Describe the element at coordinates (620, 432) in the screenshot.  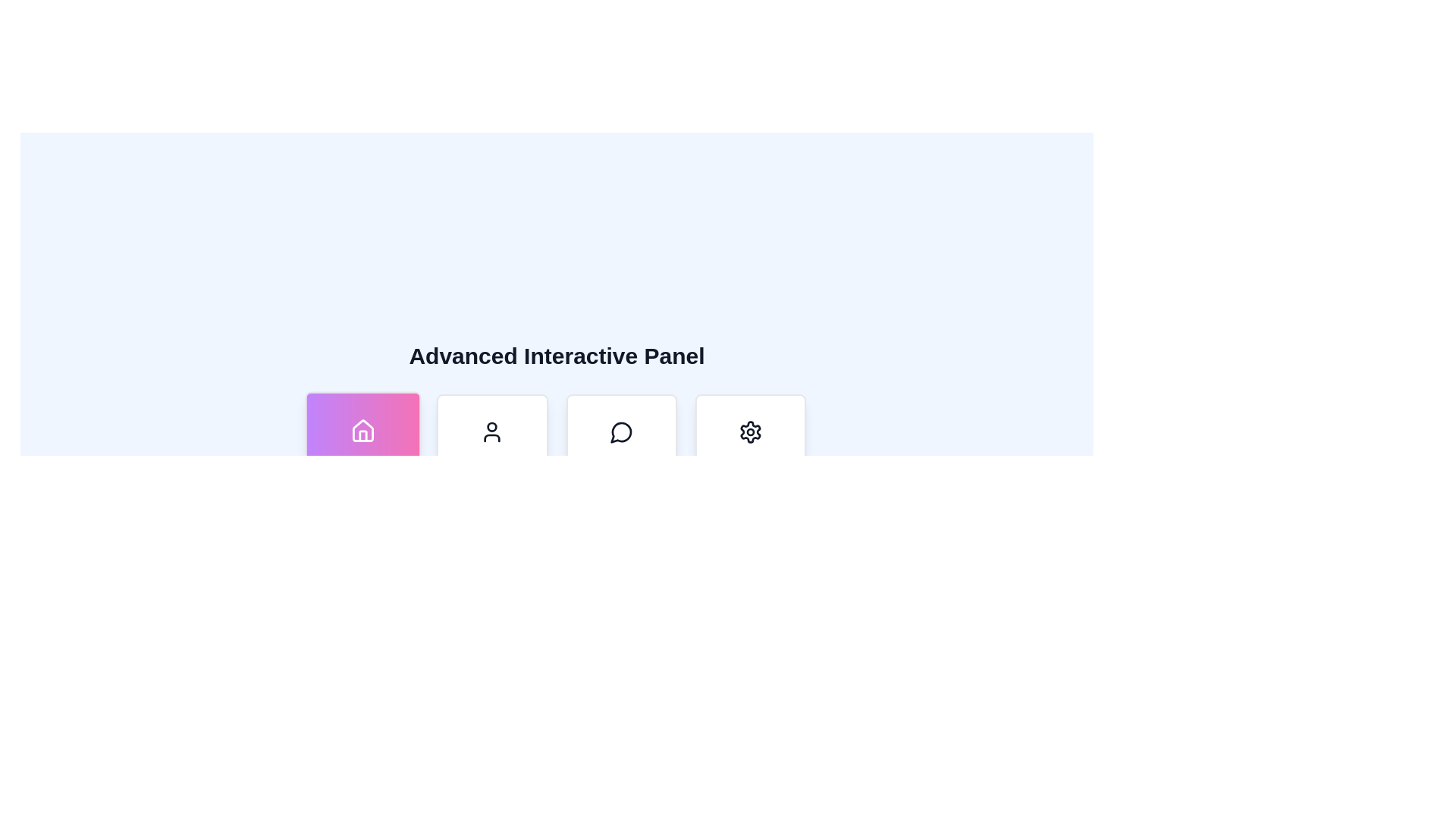
I see `the third icon from the left in the bottom bar, which is shaped like a speech bubble with a rounded outline and a tail` at that location.